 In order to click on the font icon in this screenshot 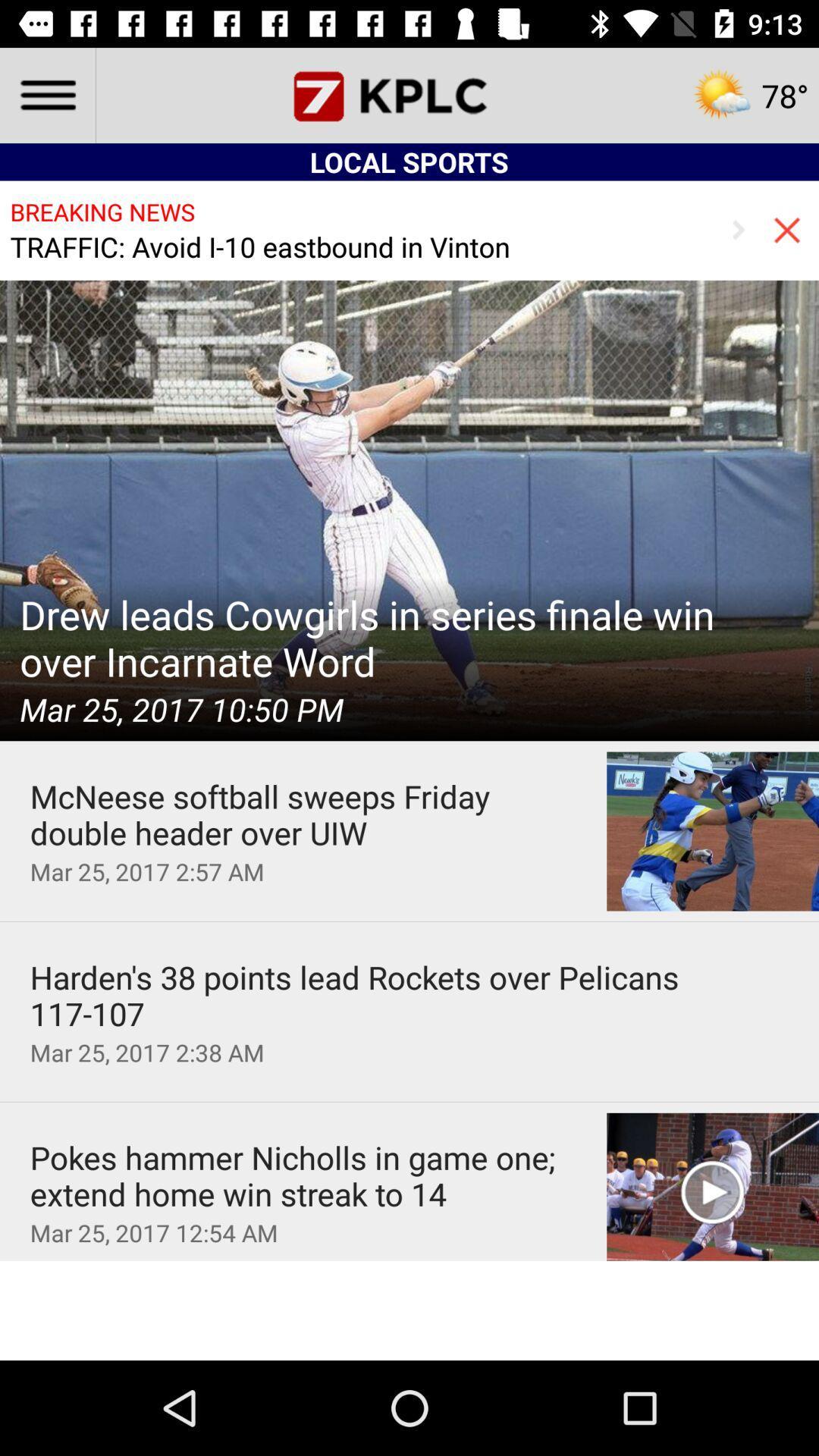, I will do `click(409, 94)`.